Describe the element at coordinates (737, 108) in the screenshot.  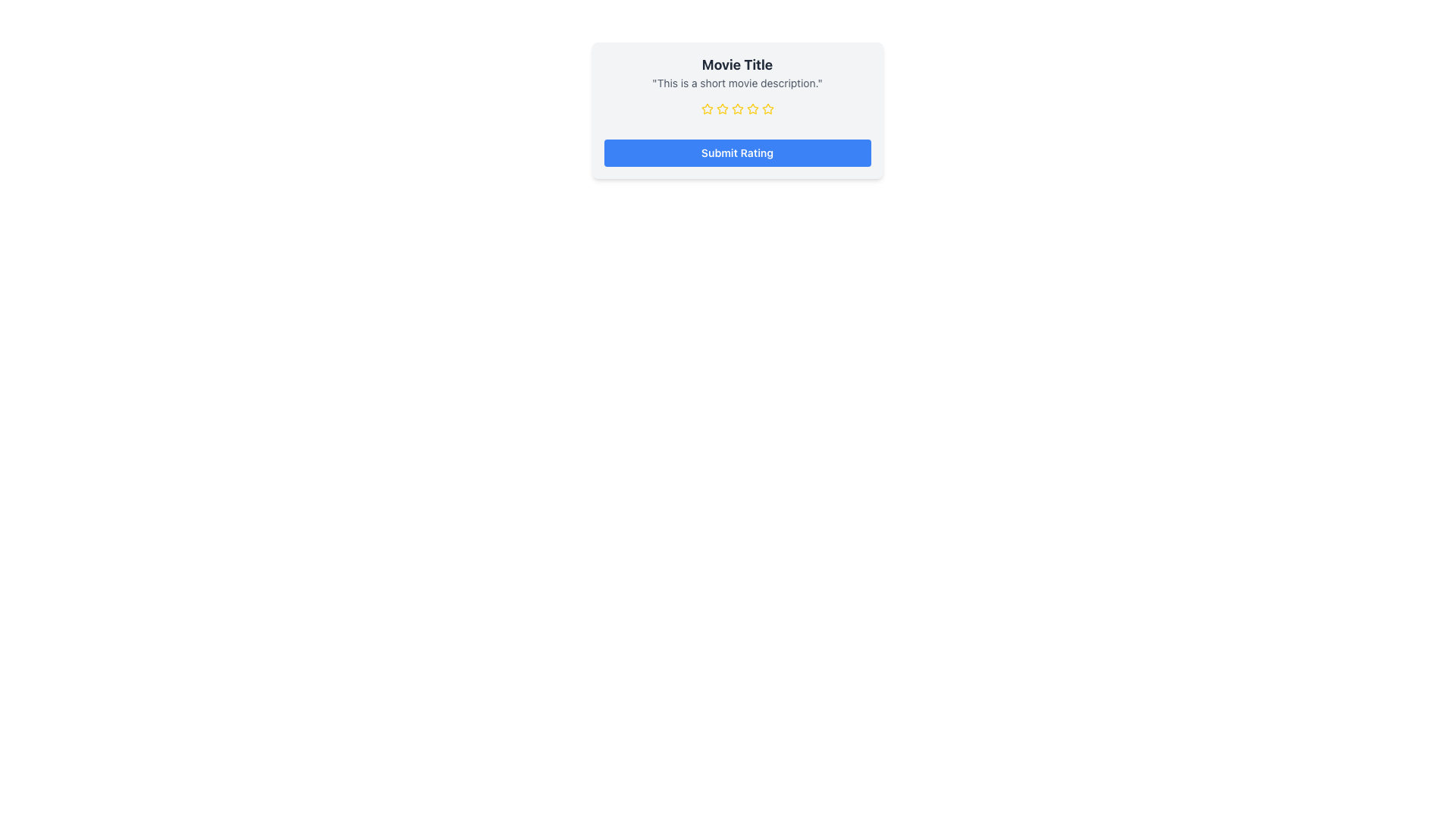
I see `the second yellow star icon in the 5-star rating system` at that location.